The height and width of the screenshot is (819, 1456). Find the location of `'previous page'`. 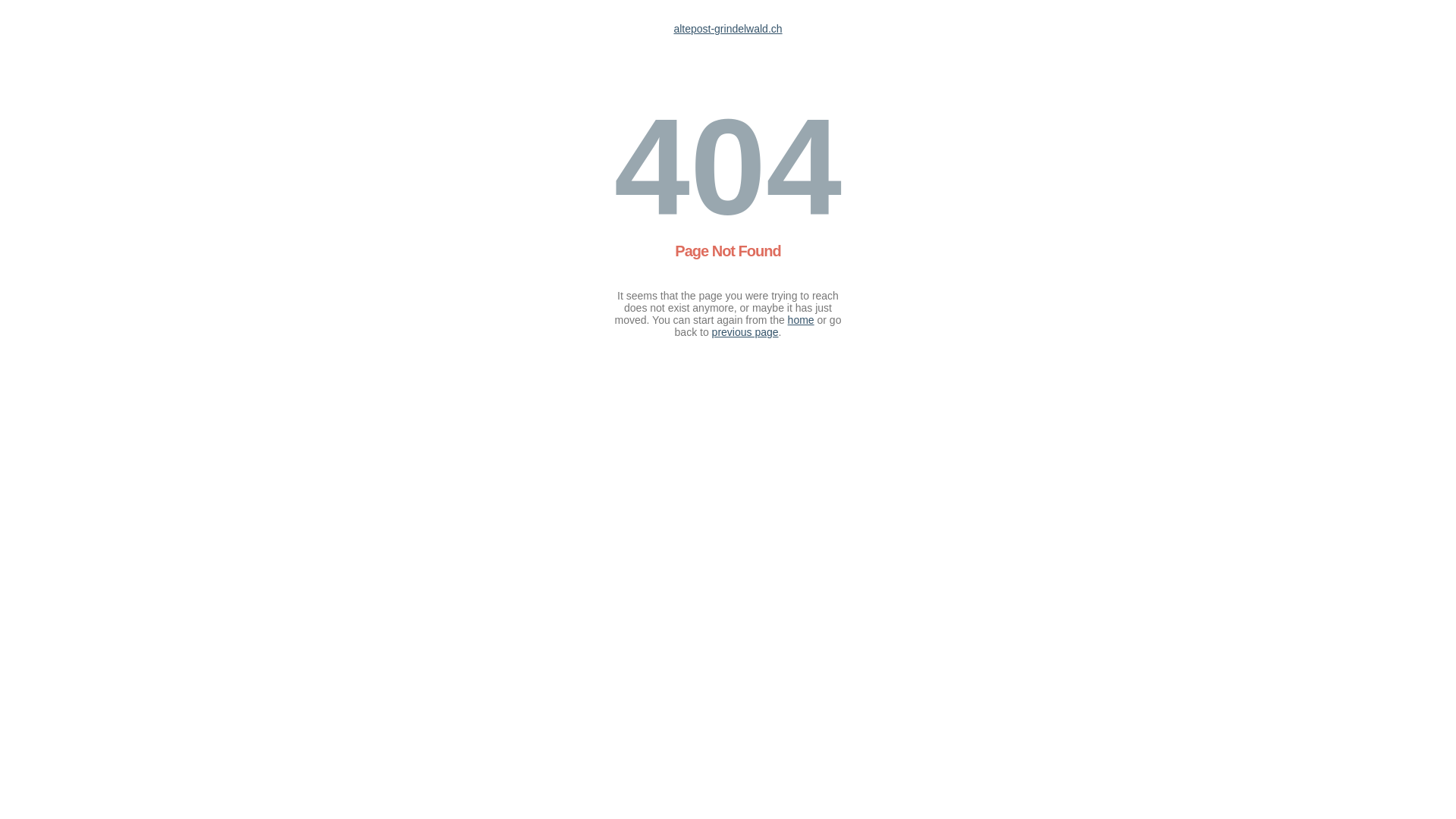

'previous page' is located at coordinates (745, 331).